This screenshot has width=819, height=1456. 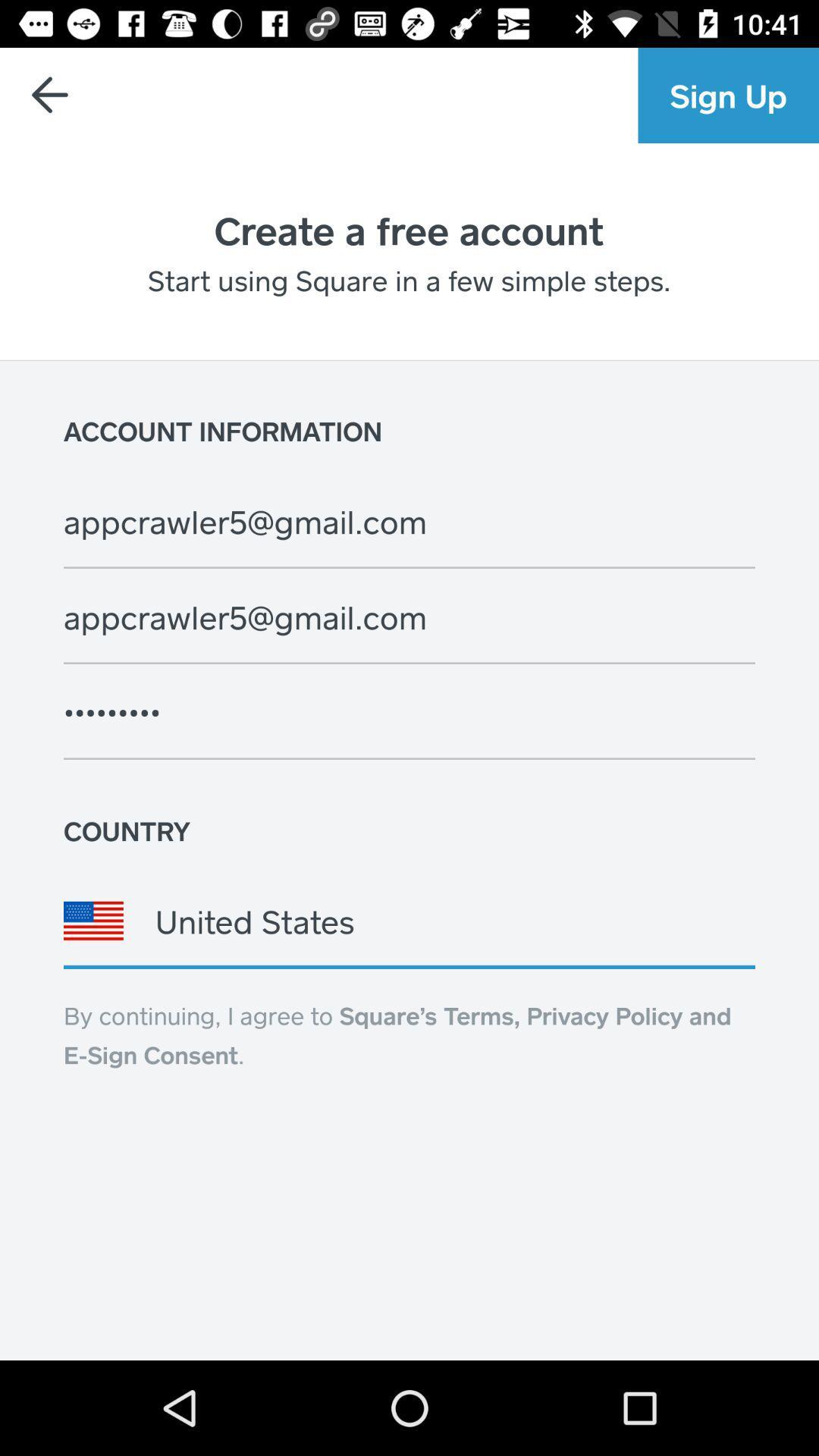 What do you see at coordinates (425, 712) in the screenshot?
I see `the field above country` at bounding box center [425, 712].